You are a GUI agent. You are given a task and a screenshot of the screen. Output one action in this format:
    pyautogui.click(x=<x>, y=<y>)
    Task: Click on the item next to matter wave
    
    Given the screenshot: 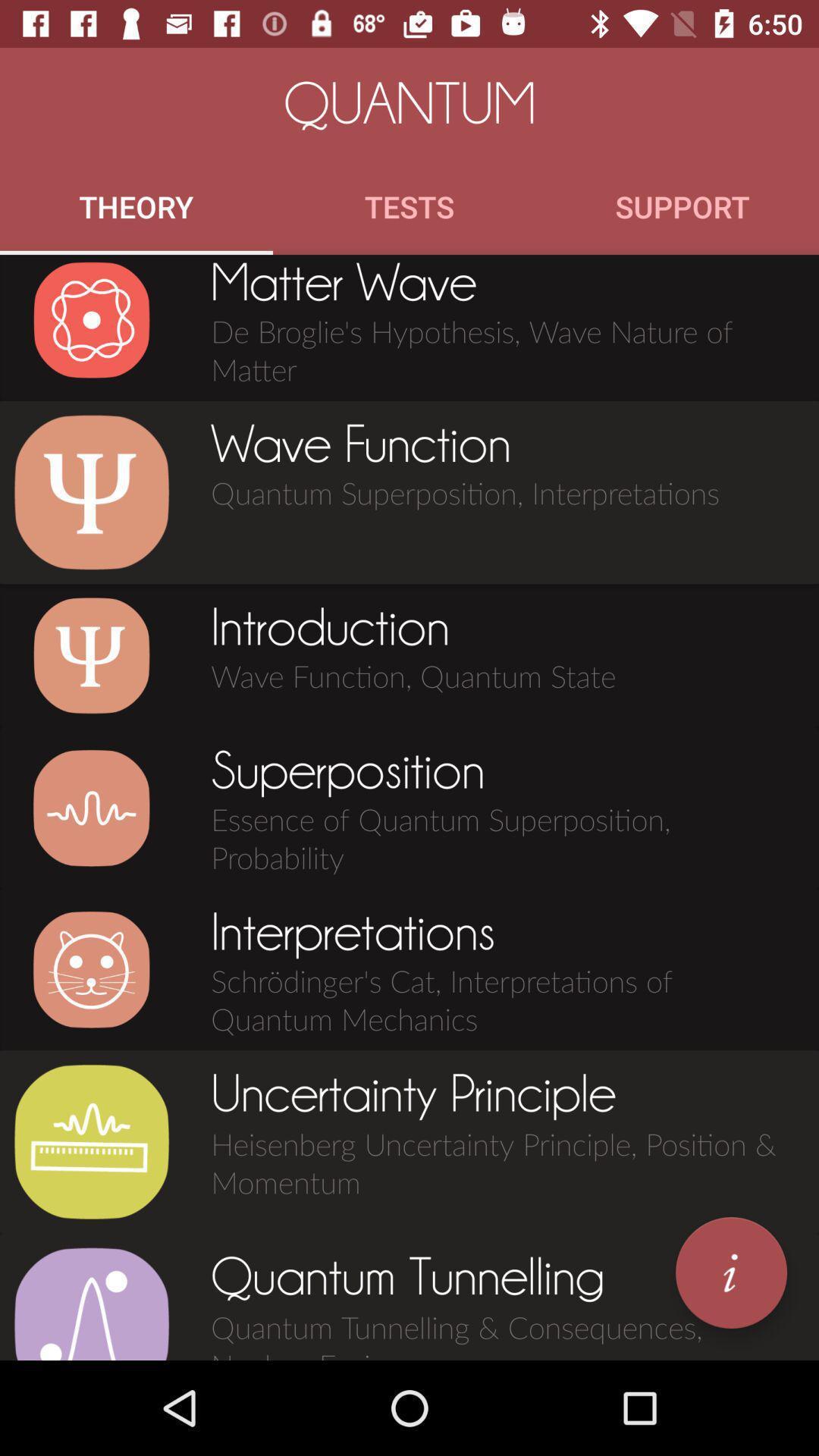 What is the action you would take?
    pyautogui.click(x=91, y=319)
    